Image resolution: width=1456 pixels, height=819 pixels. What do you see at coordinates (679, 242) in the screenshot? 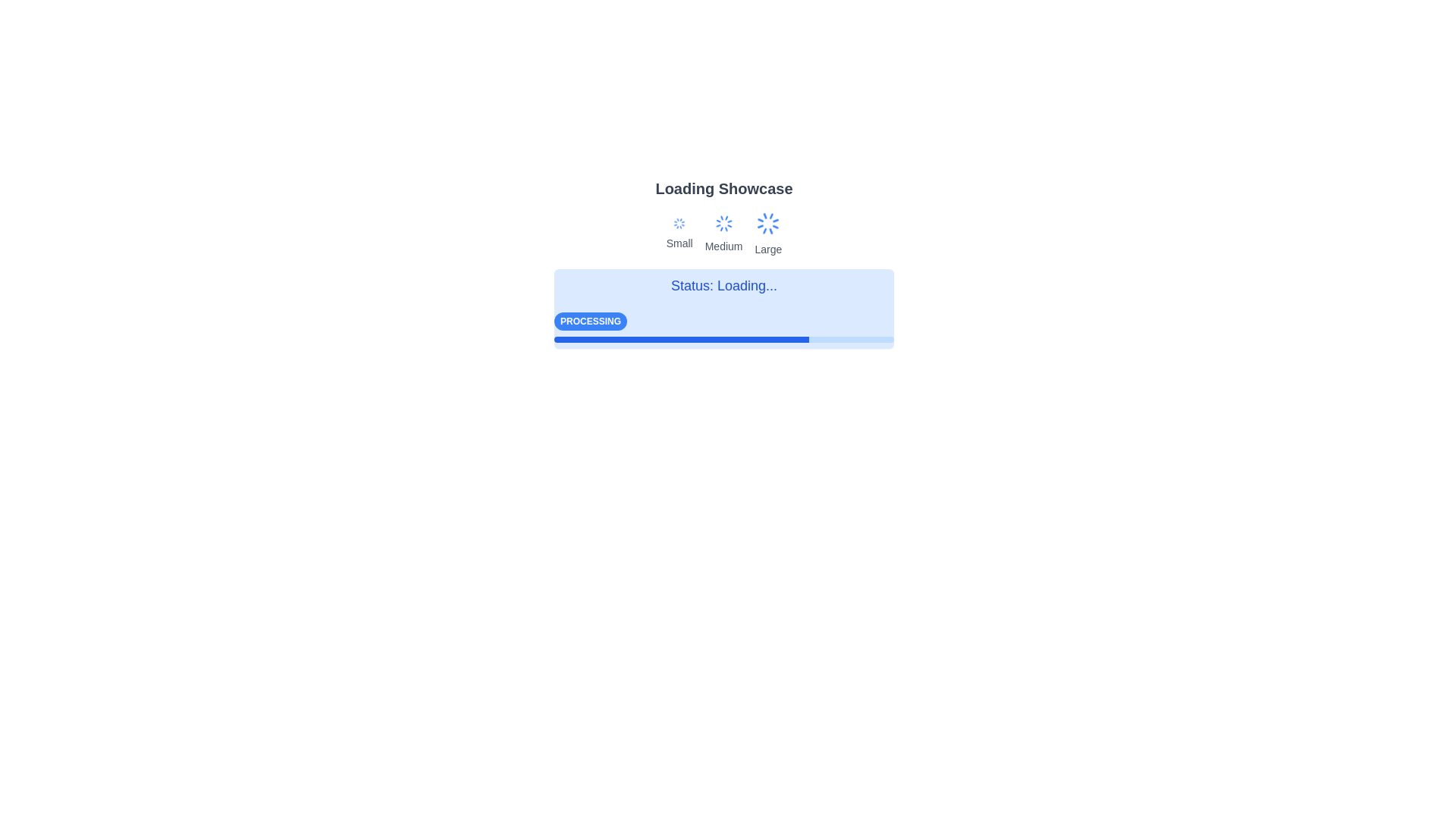
I see `the static text label that indicates the loader's size as 'Small', which is the first label in a sequence of three located below the spinning loader icons` at bounding box center [679, 242].